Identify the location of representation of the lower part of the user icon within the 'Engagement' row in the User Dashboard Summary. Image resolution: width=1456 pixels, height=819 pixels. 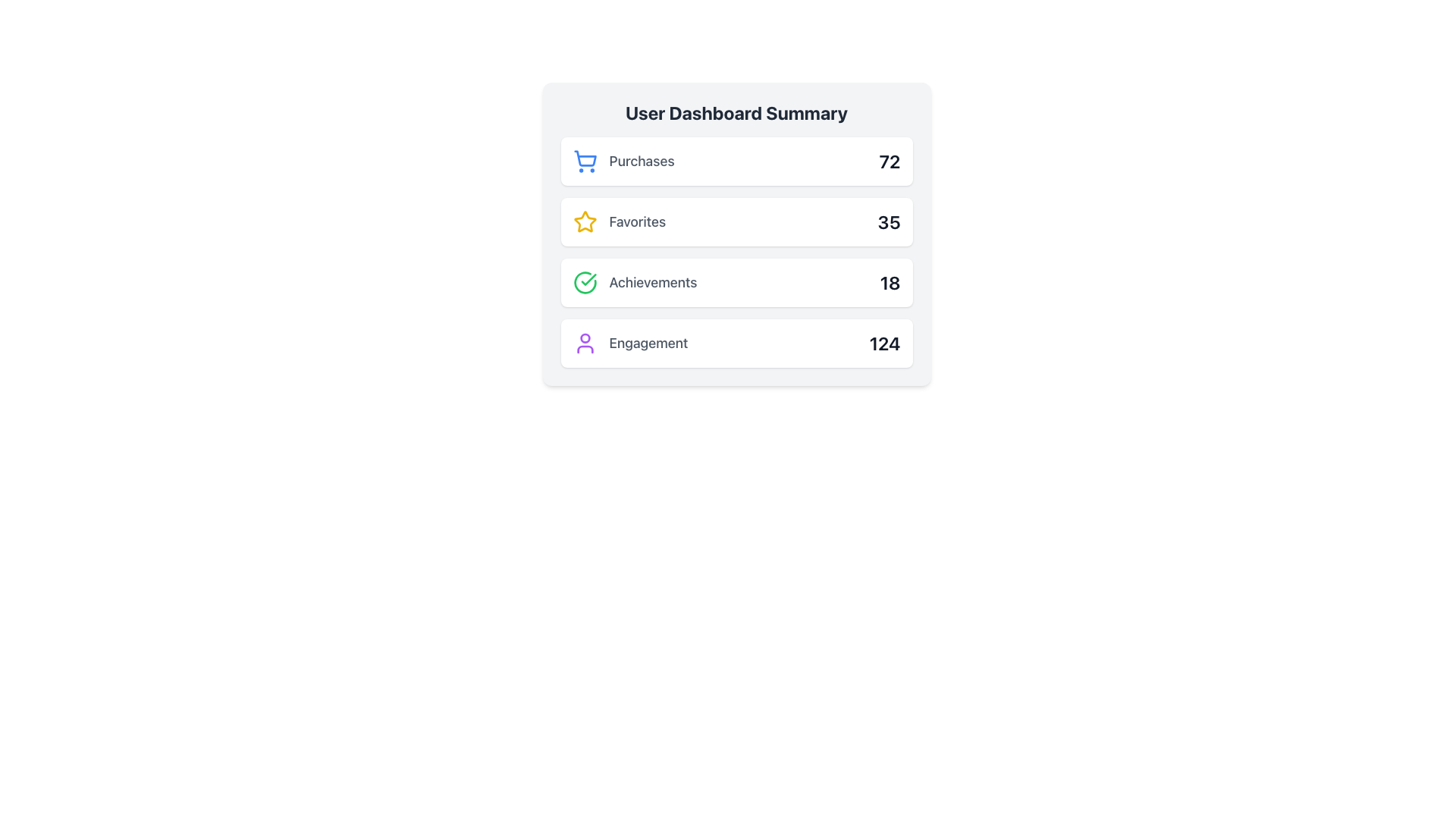
(584, 350).